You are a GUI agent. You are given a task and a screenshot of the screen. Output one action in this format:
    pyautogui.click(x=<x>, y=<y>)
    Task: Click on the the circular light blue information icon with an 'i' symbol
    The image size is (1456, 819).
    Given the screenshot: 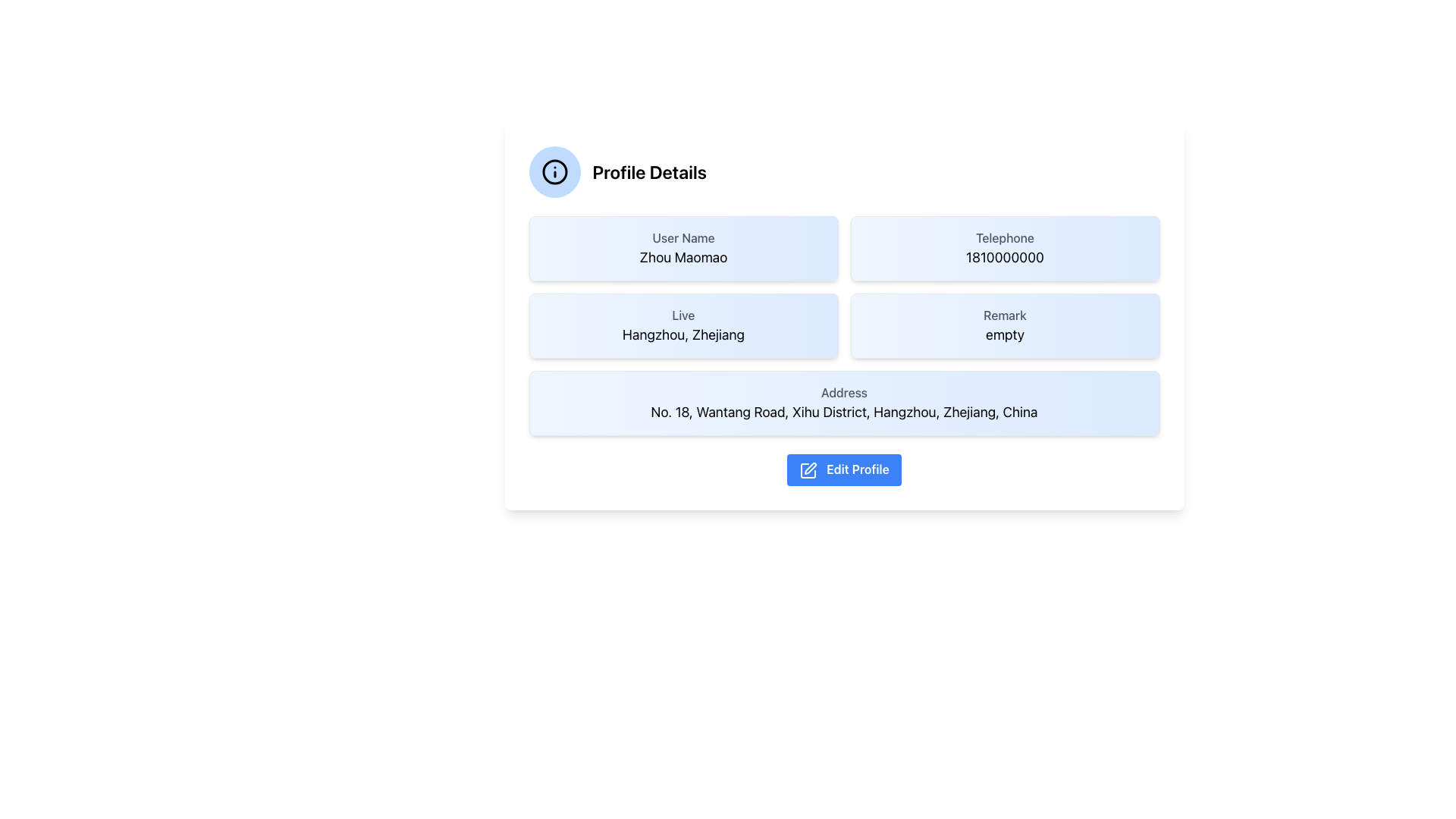 What is the action you would take?
    pyautogui.click(x=554, y=171)
    